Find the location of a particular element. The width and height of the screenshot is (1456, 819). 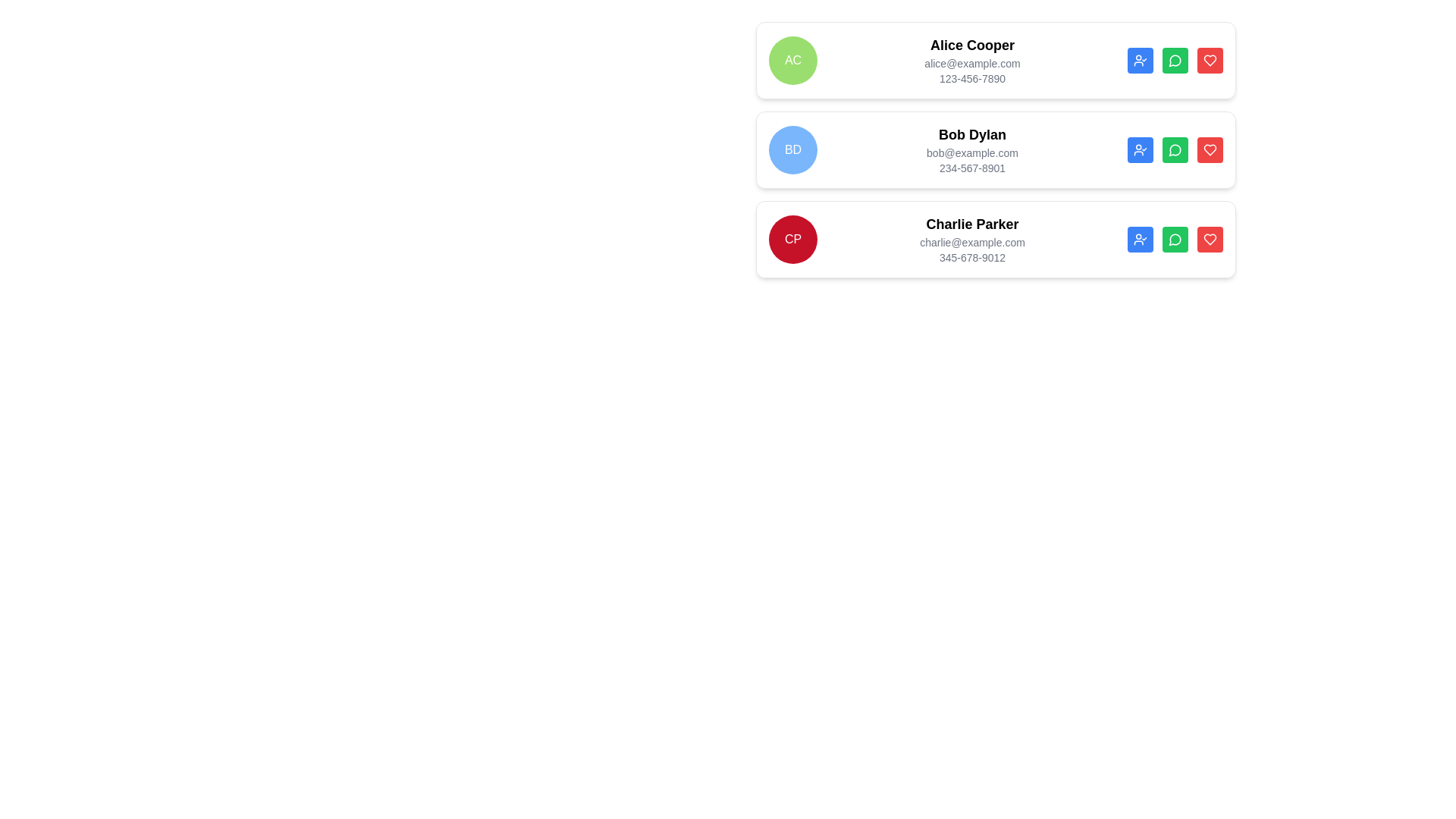

the SVG-based icon embedded within the clickable button in the third user information card to initiate a chat with Charlie Parker is located at coordinates (1175, 239).